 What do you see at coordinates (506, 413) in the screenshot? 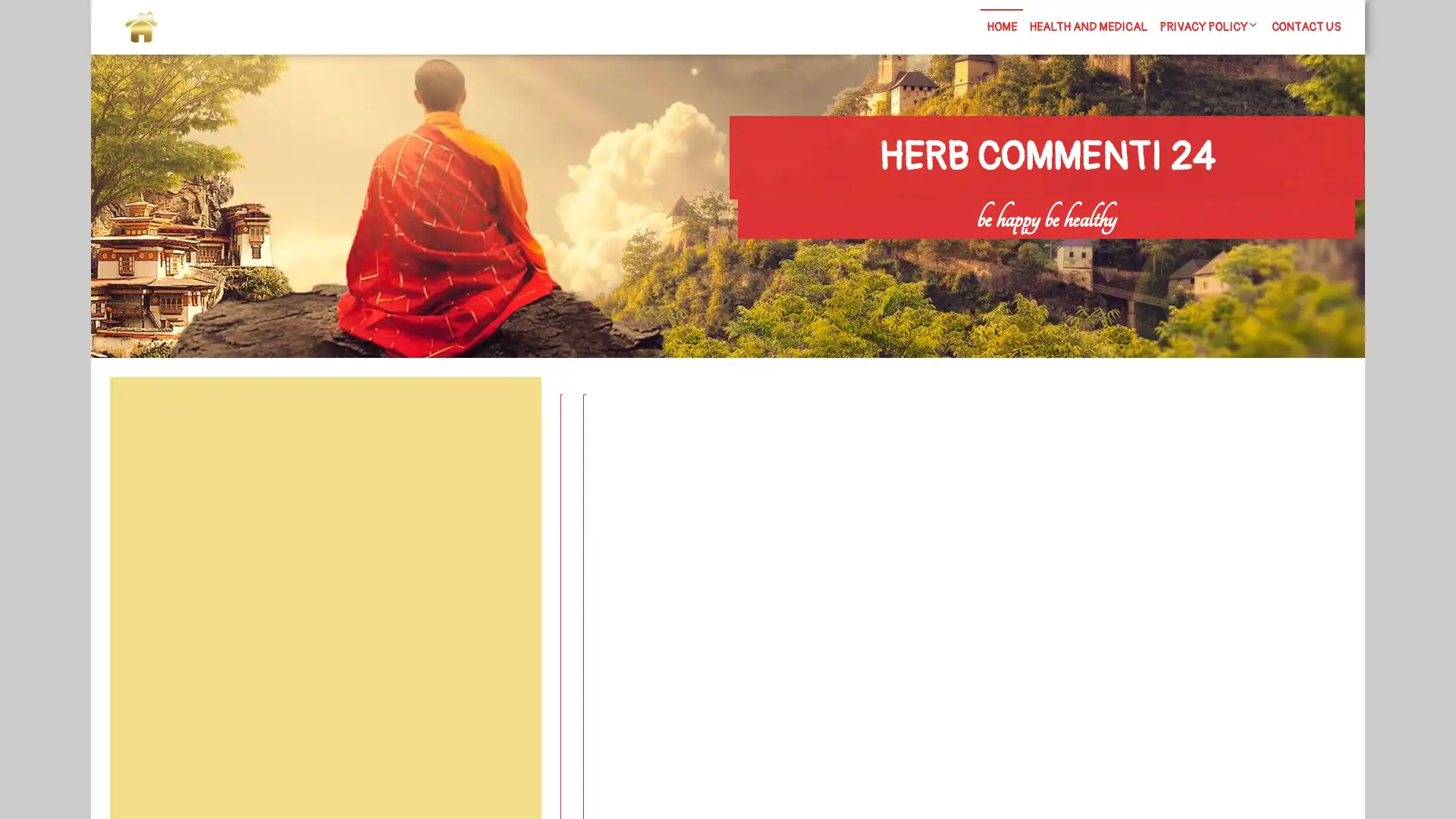
I see `Search` at bounding box center [506, 413].